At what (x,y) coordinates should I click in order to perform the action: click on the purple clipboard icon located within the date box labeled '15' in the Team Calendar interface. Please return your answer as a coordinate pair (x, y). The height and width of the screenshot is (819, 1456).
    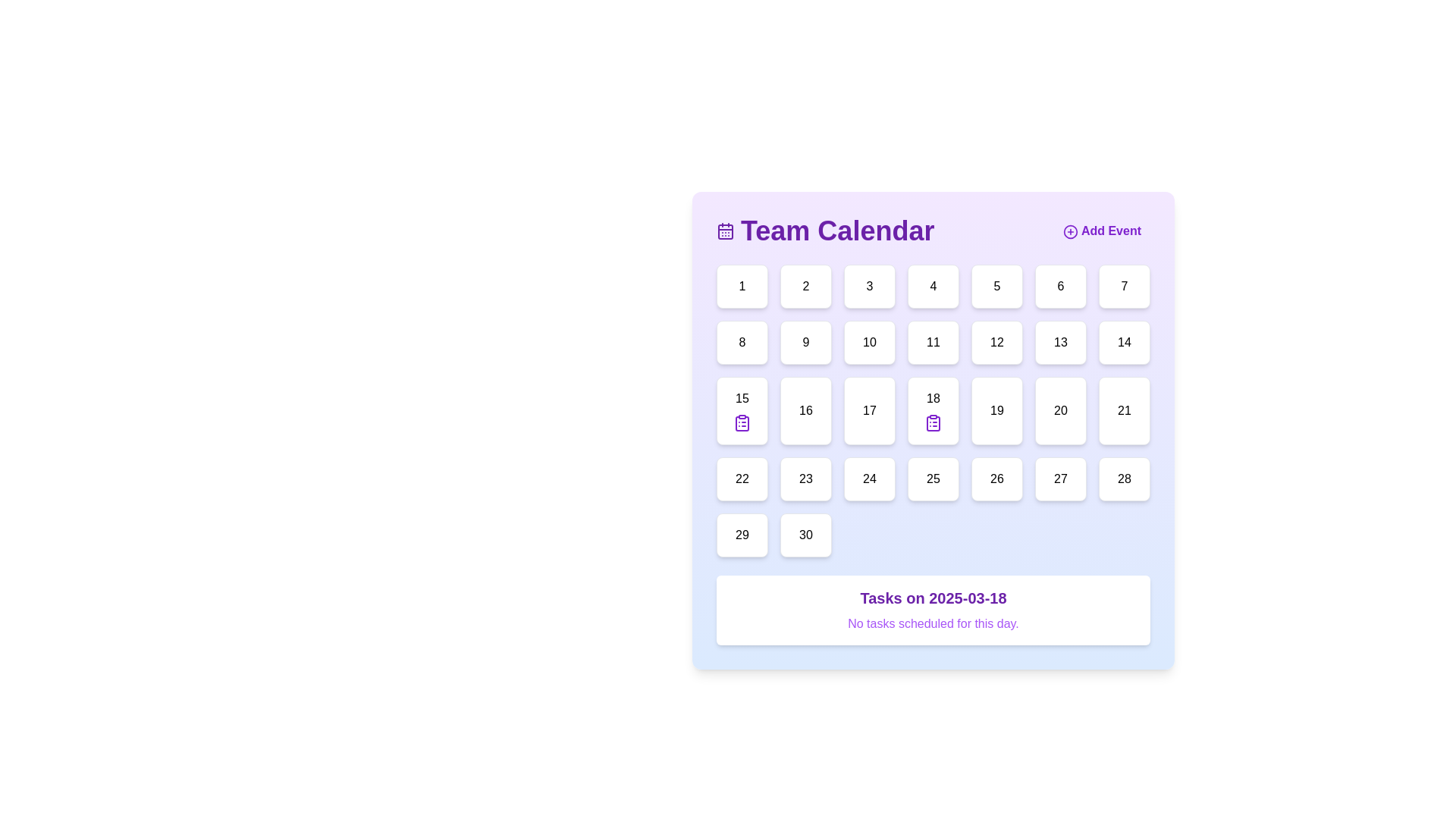
    Looking at the image, I should click on (742, 423).